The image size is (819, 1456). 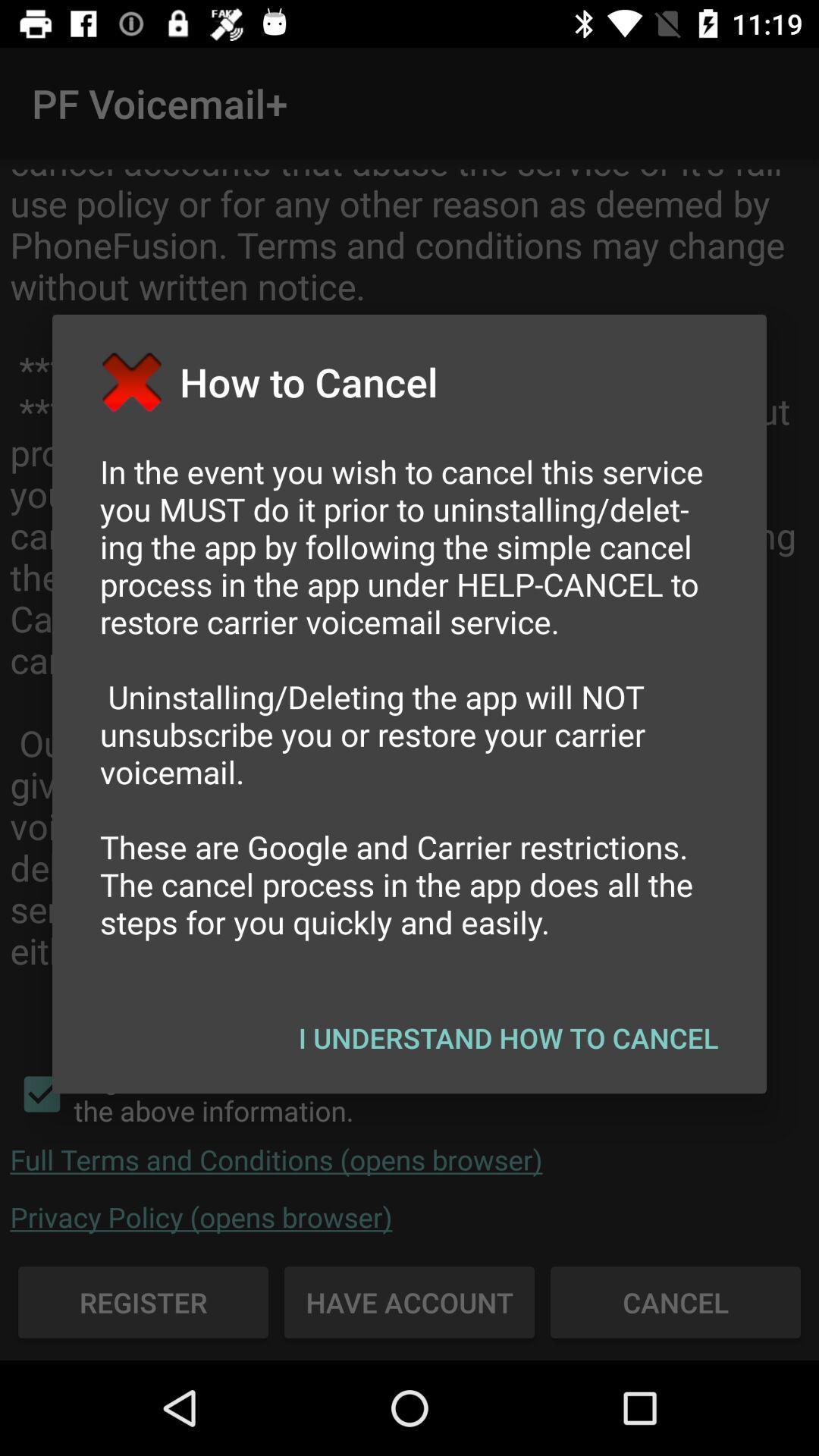 I want to click on i understand how button, so click(x=508, y=1037).